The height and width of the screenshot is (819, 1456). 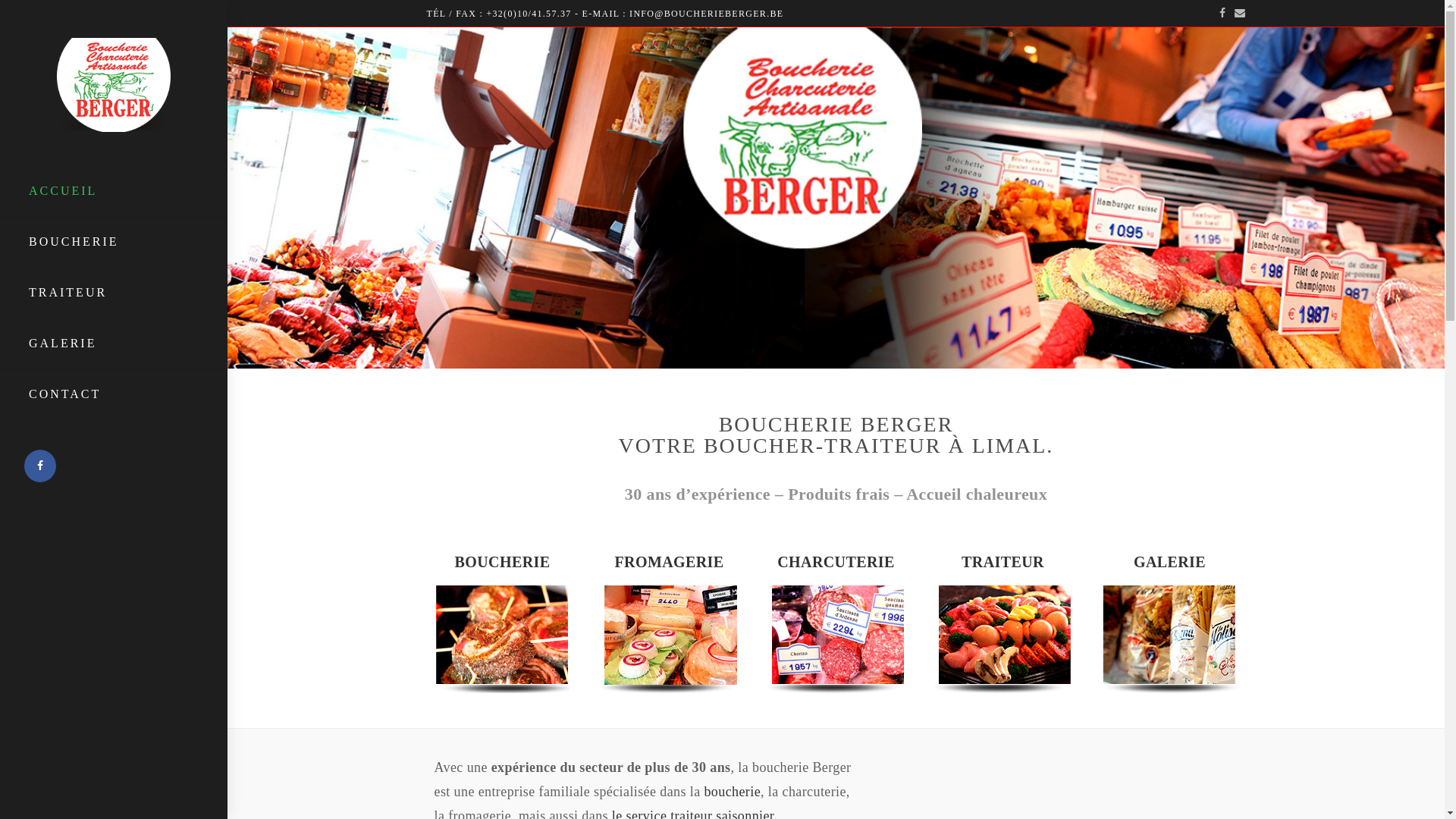 What do you see at coordinates (1238, 14) in the screenshot?
I see `'E-mail'` at bounding box center [1238, 14].